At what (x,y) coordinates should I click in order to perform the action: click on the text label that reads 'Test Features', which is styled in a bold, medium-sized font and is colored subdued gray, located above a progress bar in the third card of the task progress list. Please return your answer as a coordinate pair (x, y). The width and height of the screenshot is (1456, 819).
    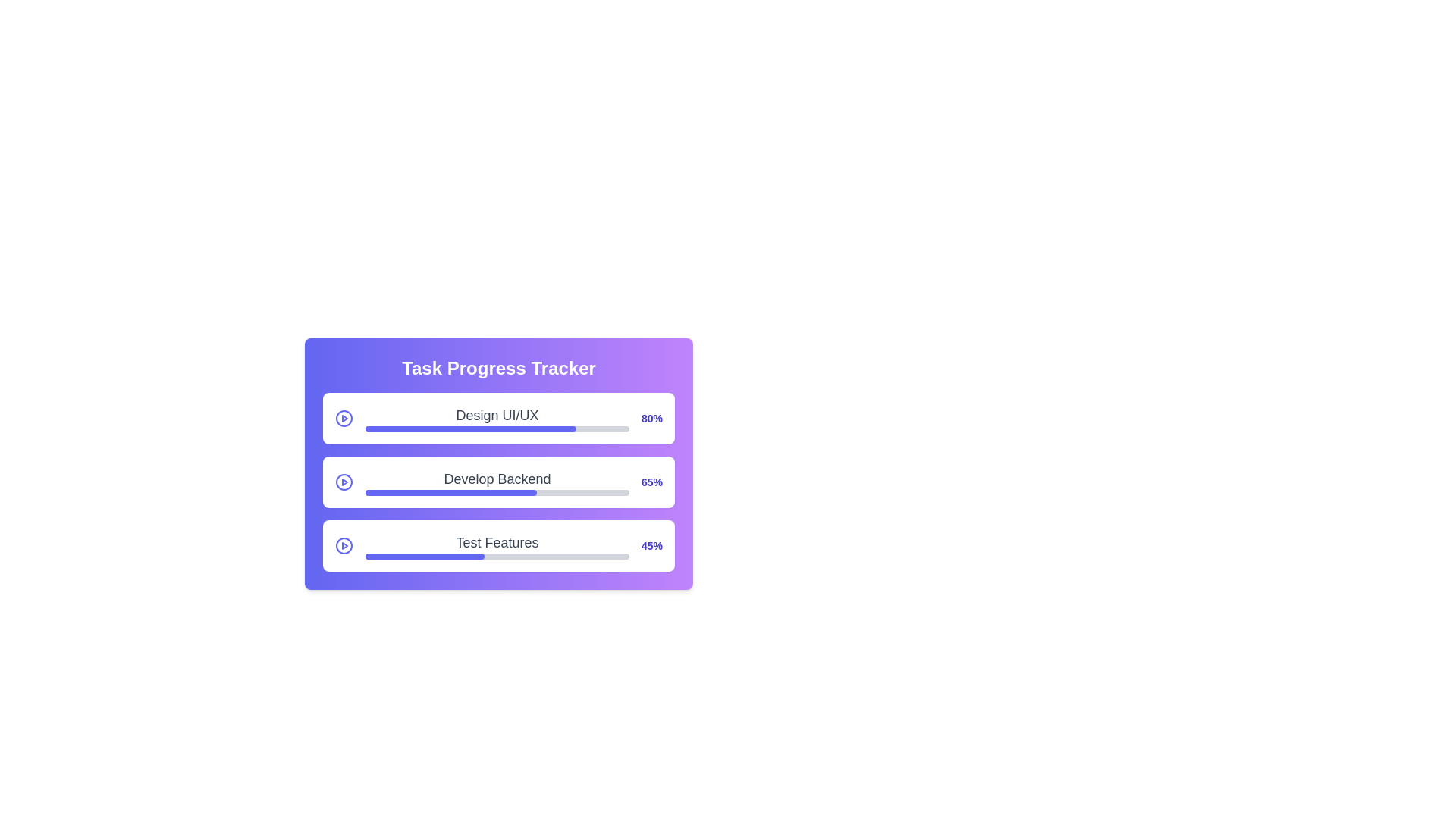
    Looking at the image, I should click on (497, 546).